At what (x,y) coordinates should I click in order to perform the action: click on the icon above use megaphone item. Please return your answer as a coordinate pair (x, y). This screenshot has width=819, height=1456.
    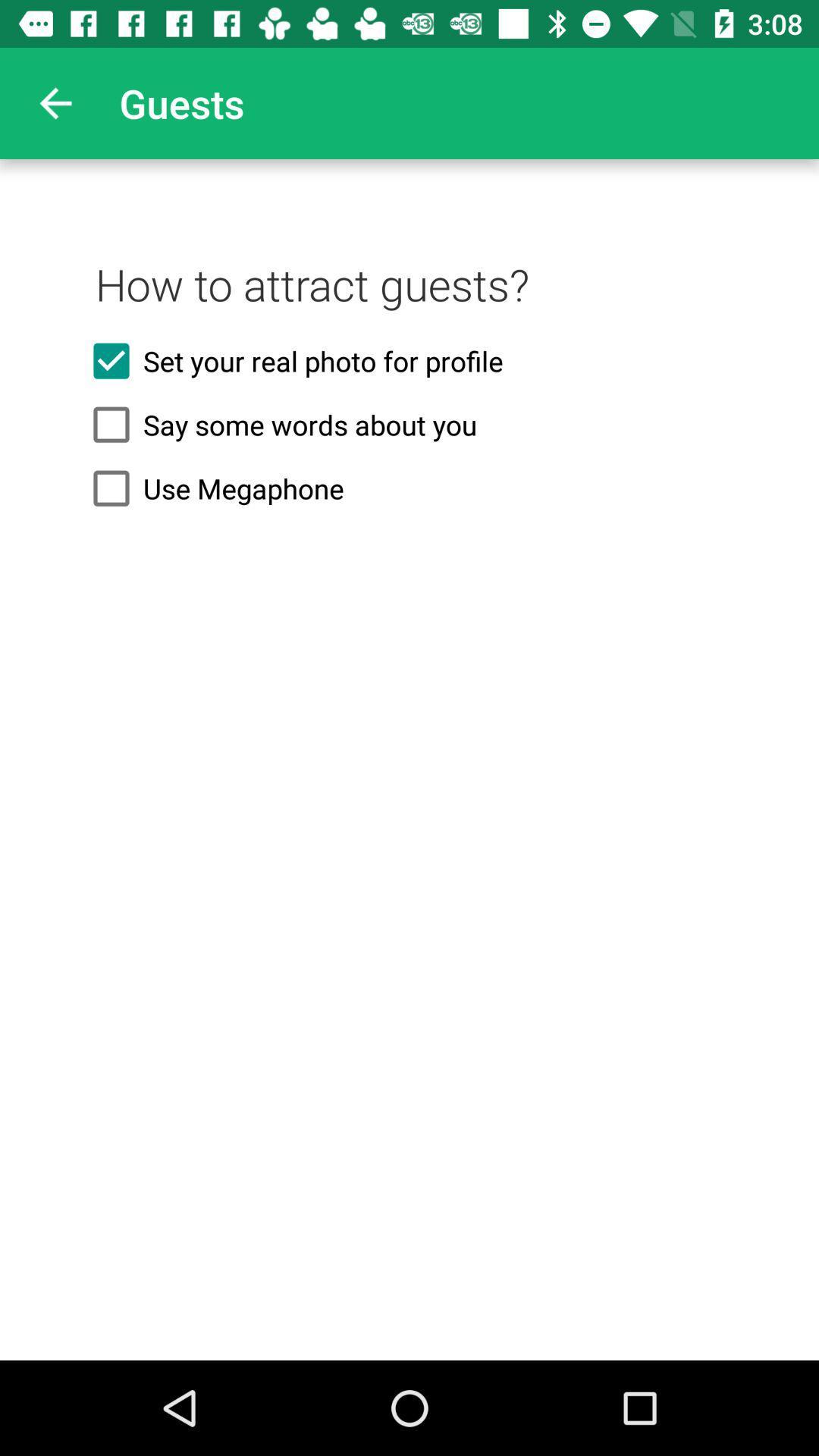
    Looking at the image, I should click on (409, 425).